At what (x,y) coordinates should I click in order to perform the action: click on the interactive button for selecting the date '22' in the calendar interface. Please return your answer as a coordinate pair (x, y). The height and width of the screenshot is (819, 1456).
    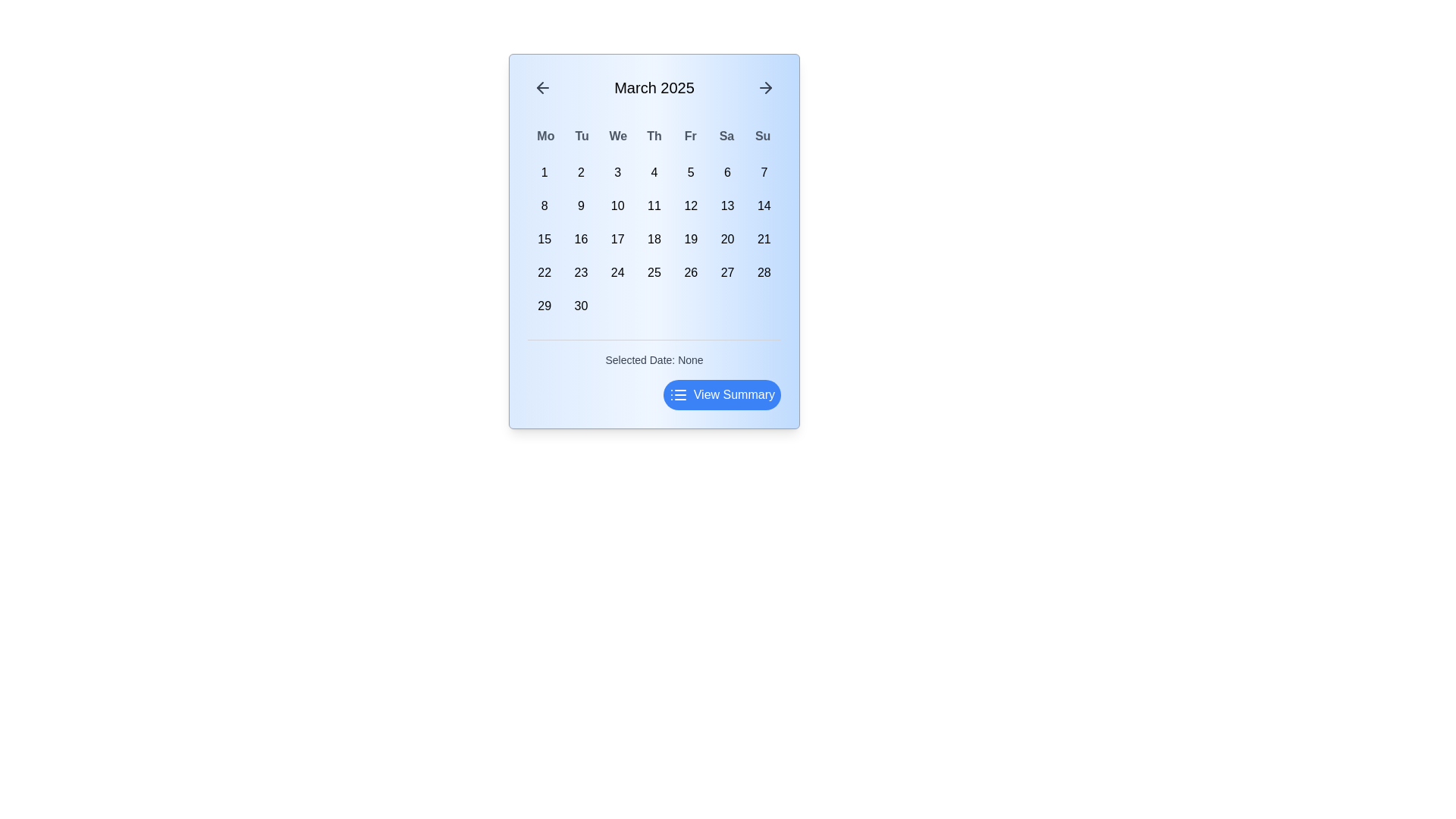
    Looking at the image, I should click on (544, 271).